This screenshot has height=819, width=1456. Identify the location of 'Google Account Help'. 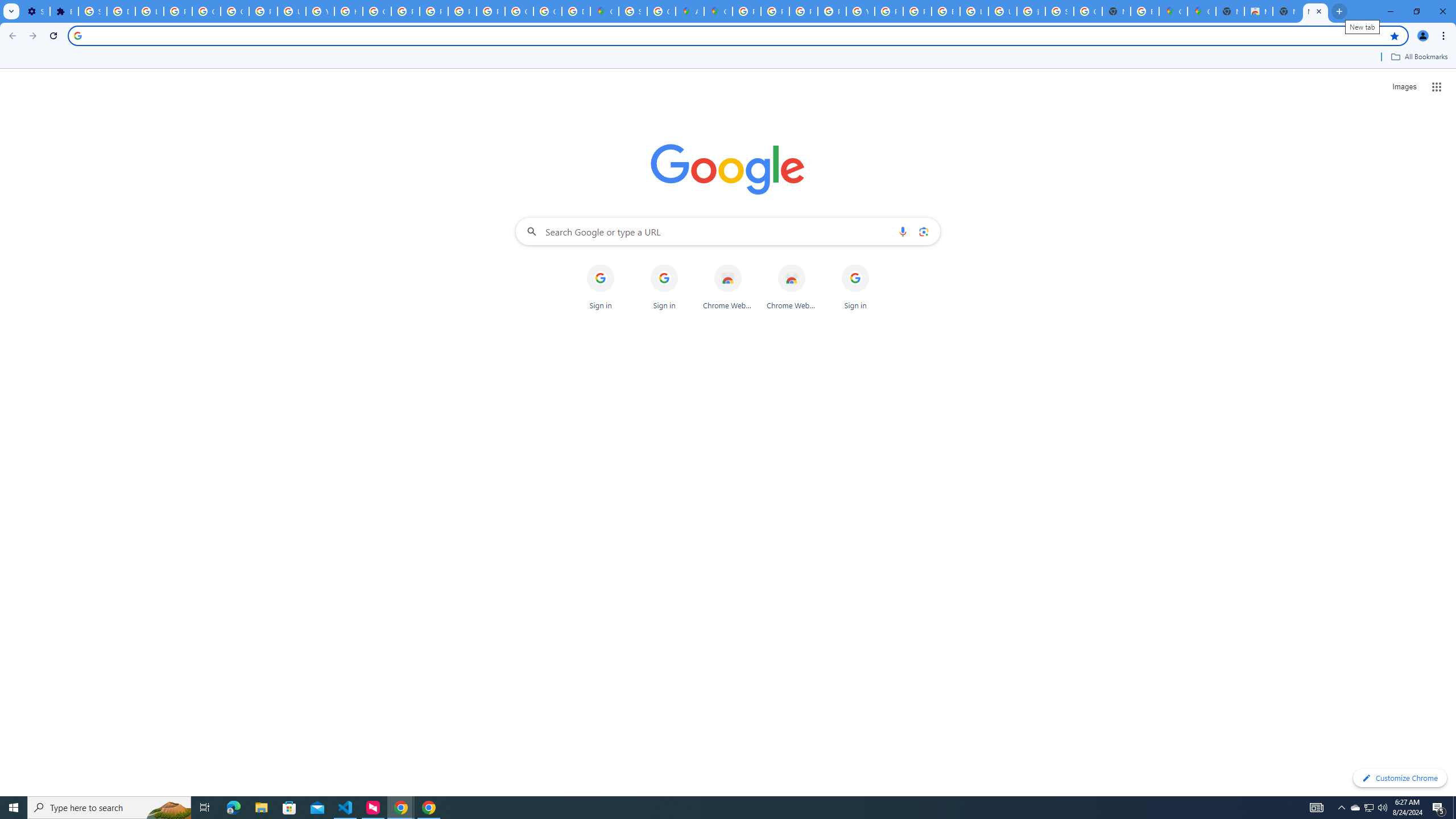
(206, 11).